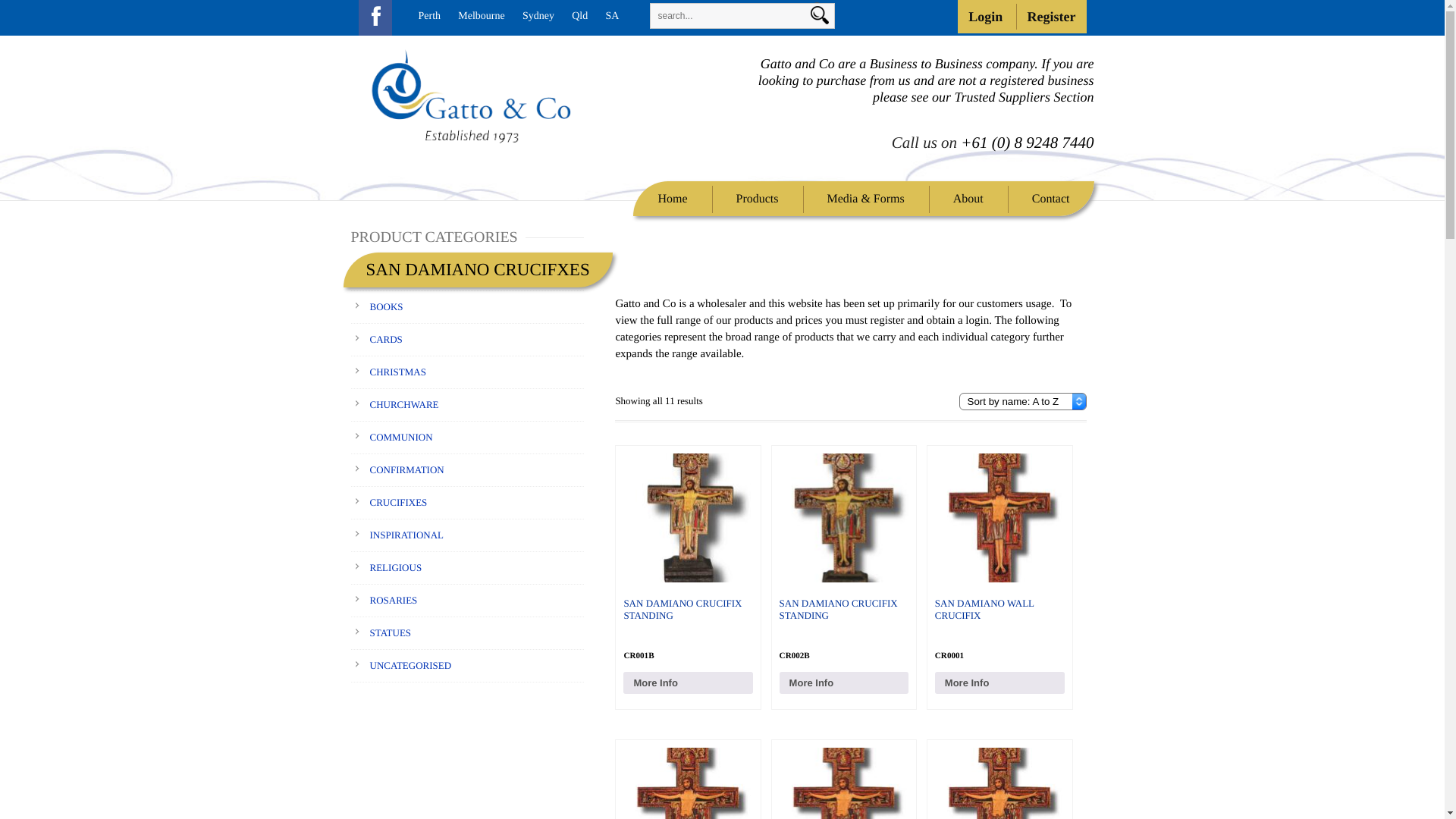 Image resolution: width=1456 pixels, height=819 pixels. Describe the element at coordinates (404, 403) in the screenshot. I see `'CHURCHWARE'` at that location.